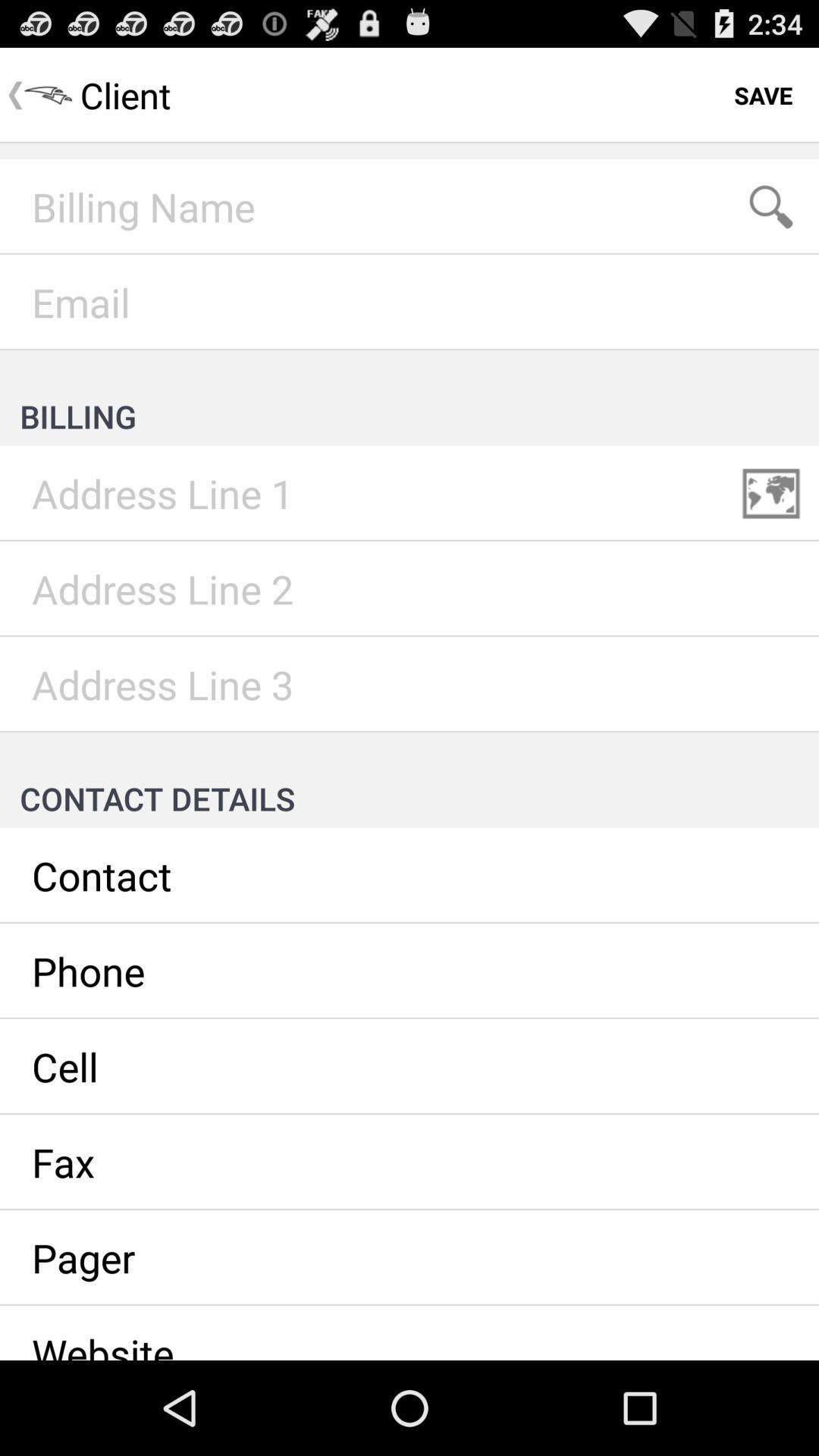 The width and height of the screenshot is (819, 1456). I want to click on phone details, so click(409, 971).